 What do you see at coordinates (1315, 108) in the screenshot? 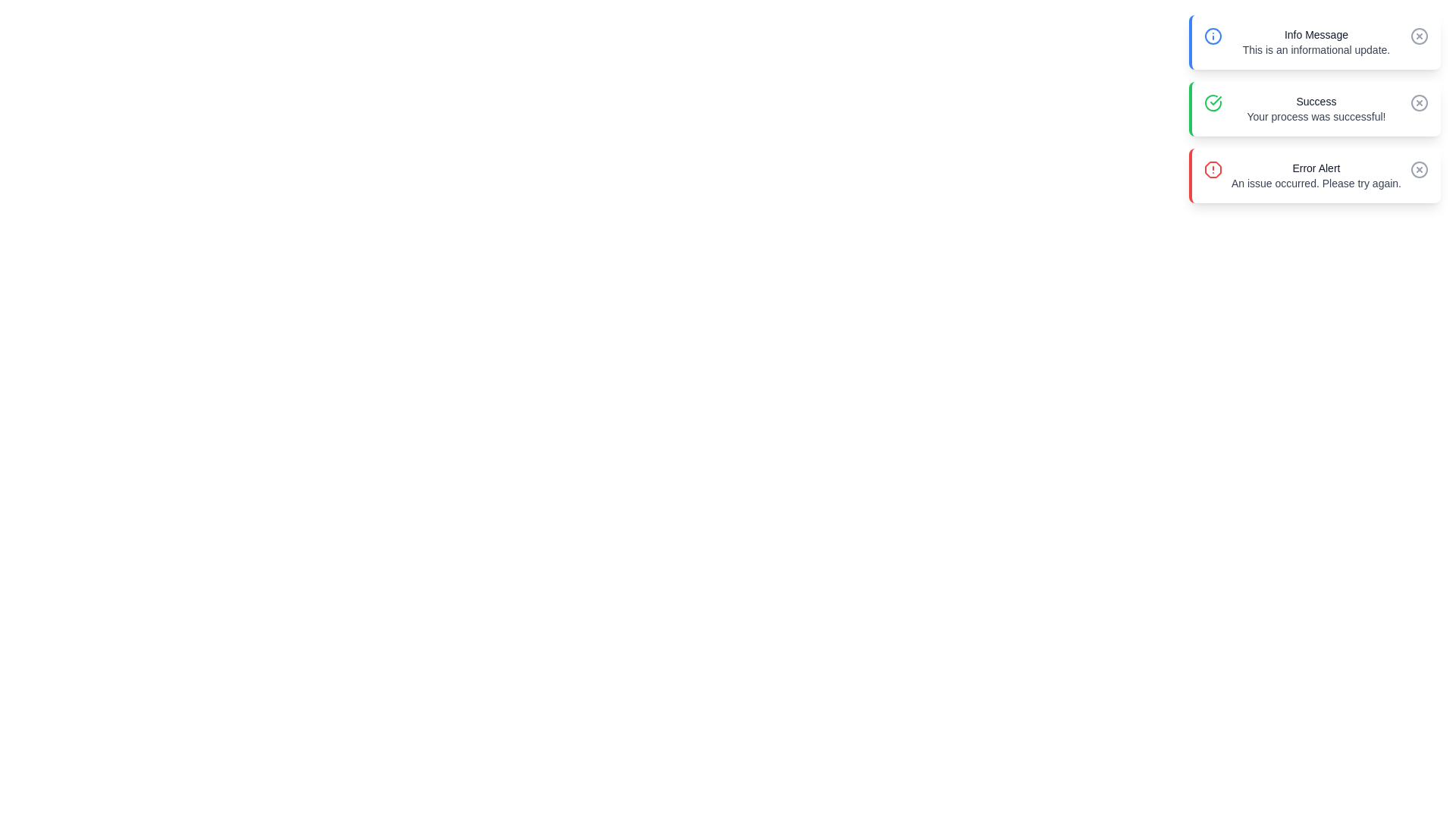
I see `the success notification component located at the top right of the interface, which is the second notification in a vertical column and bordered in green` at bounding box center [1315, 108].